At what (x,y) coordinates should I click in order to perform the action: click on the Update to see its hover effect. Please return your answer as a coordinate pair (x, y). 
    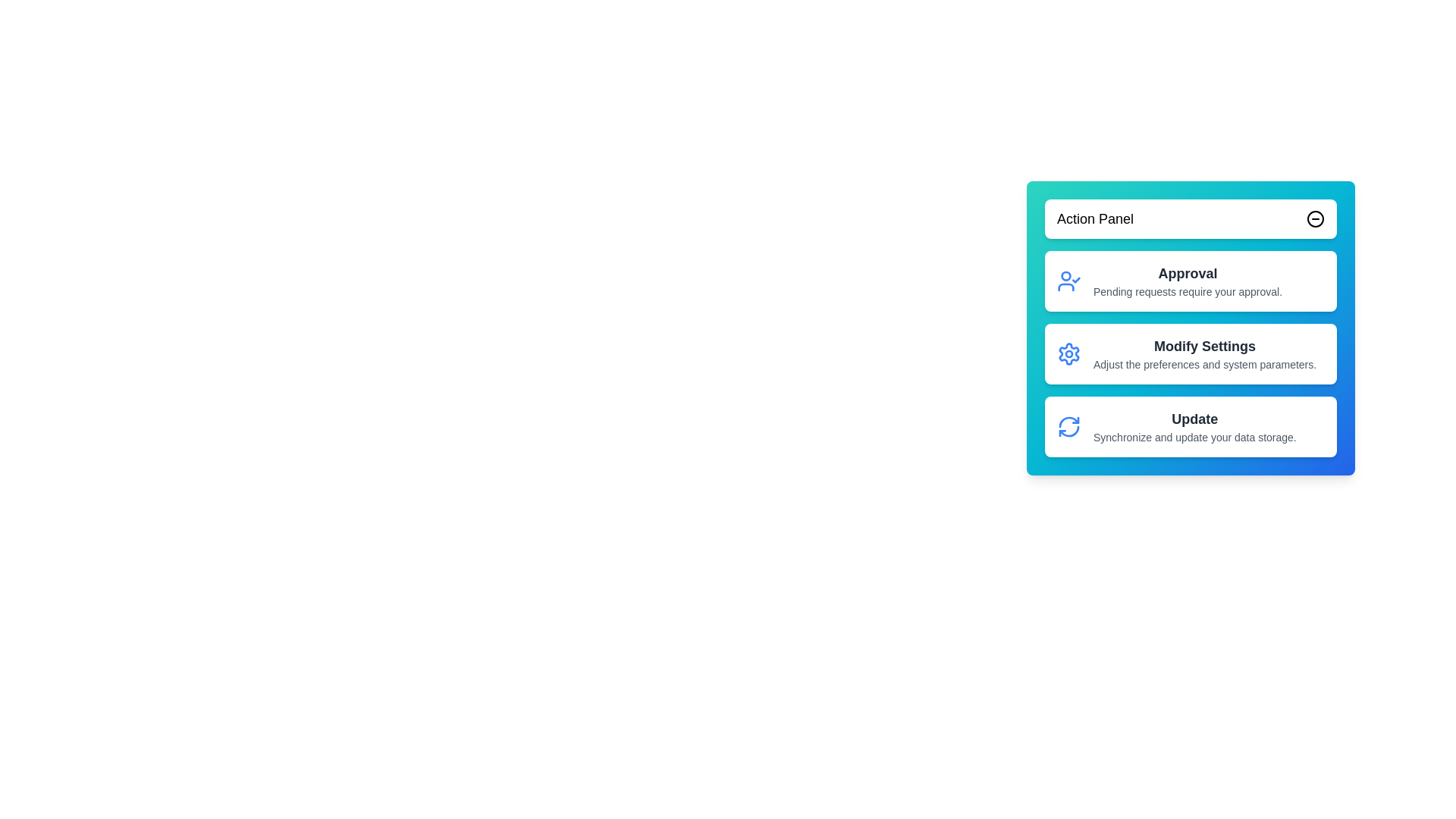
    Looking at the image, I should click on (1190, 427).